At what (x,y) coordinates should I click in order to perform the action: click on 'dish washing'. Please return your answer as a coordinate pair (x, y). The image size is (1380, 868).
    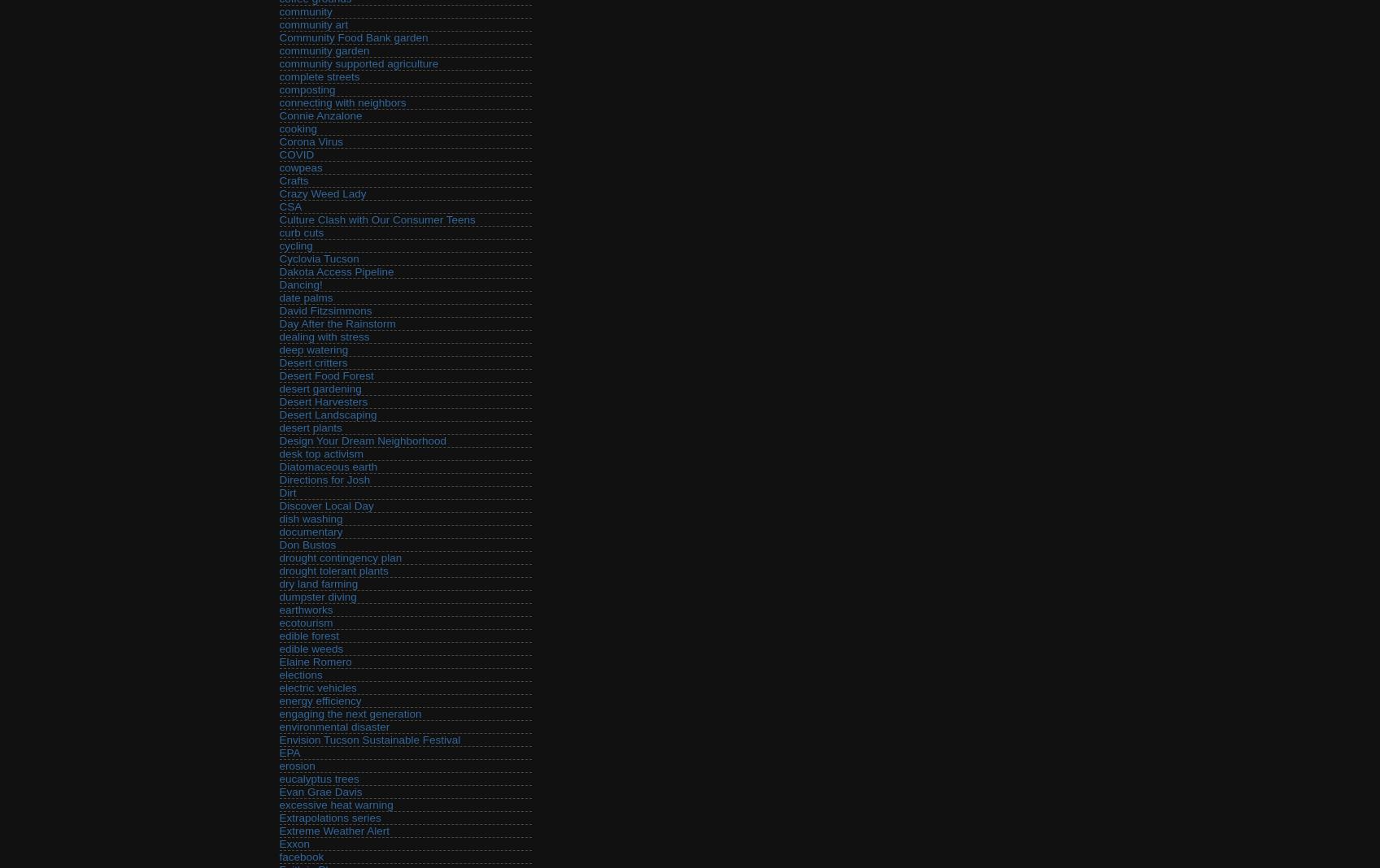
    Looking at the image, I should click on (310, 518).